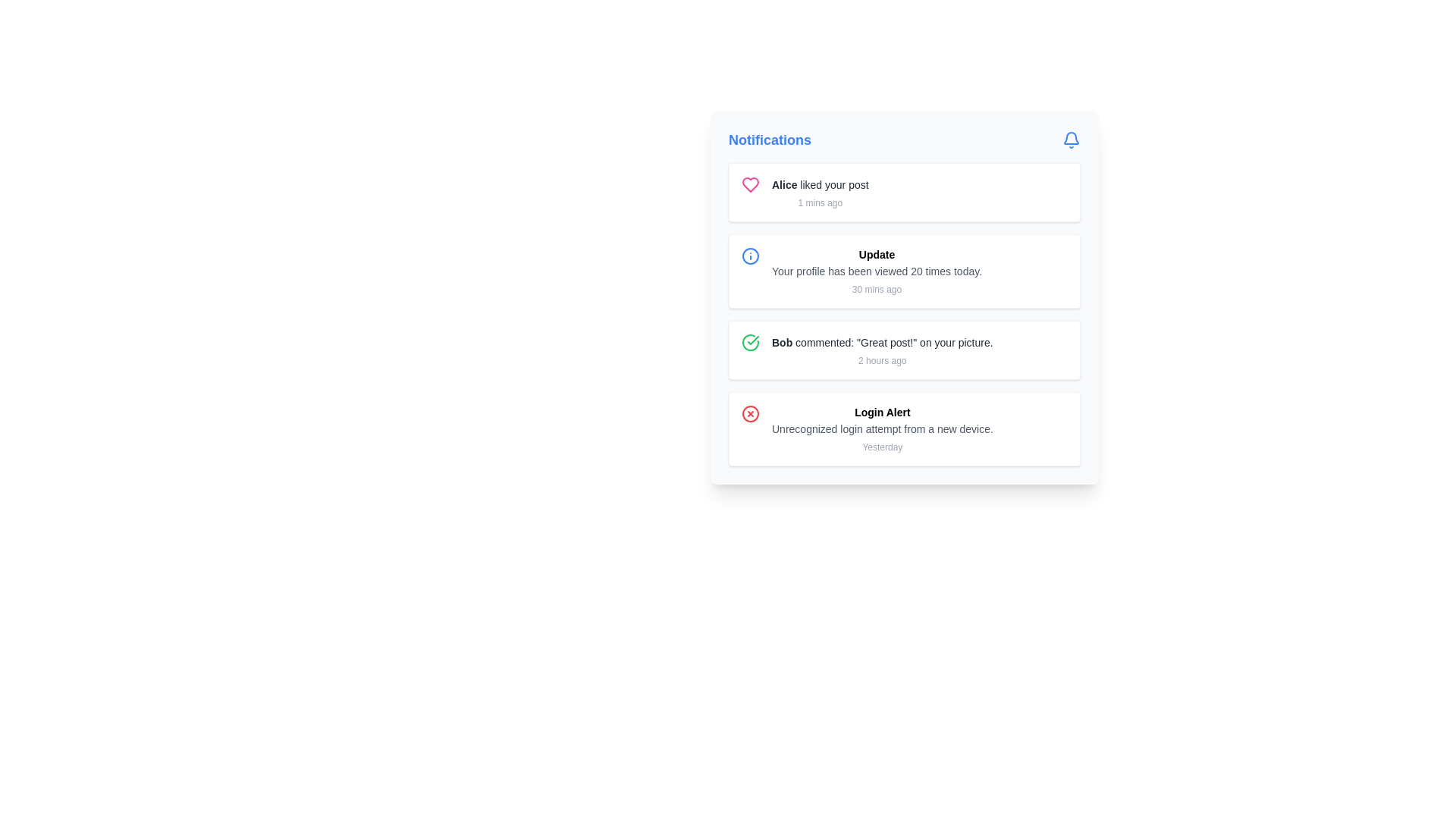 The width and height of the screenshot is (1456, 819). Describe the element at coordinates (750, 184) in the screenshot. I see `the 'like' icon within the notification card that indicates 'Alice liked your post'` at that location.